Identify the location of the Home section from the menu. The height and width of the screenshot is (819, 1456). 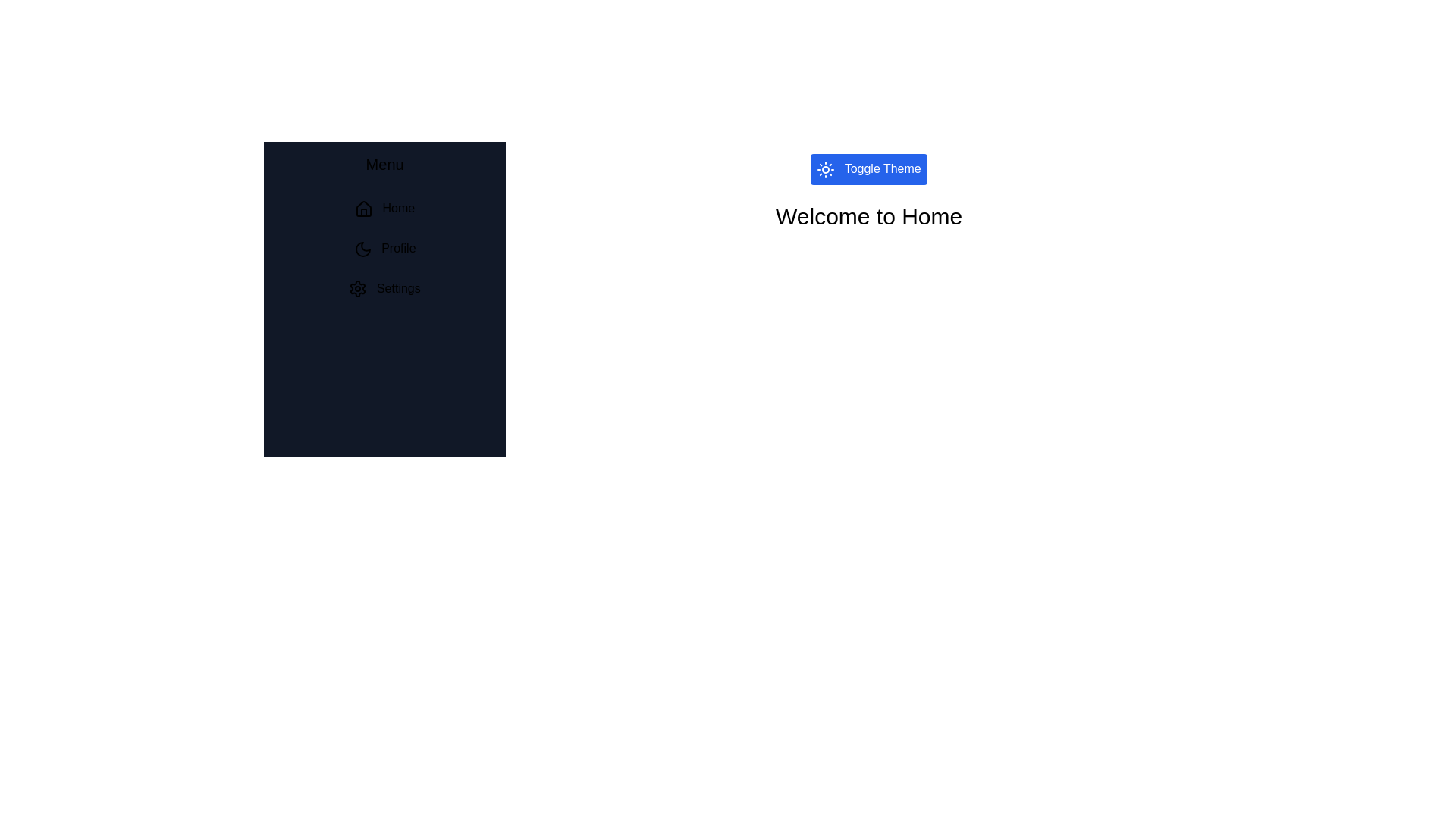
(384, 209).